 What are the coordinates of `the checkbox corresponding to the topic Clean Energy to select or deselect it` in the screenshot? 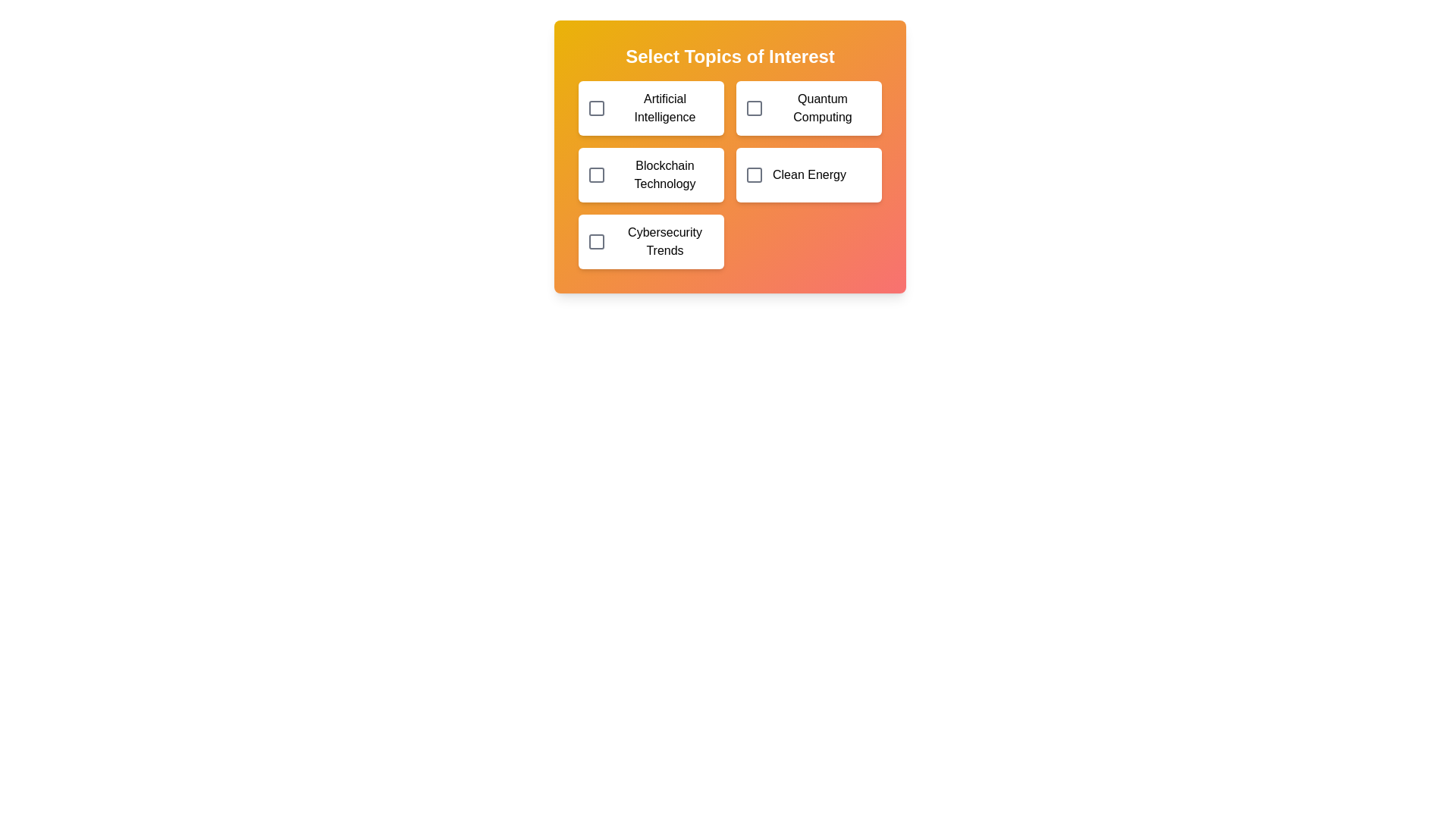 It's located at (754, 174).